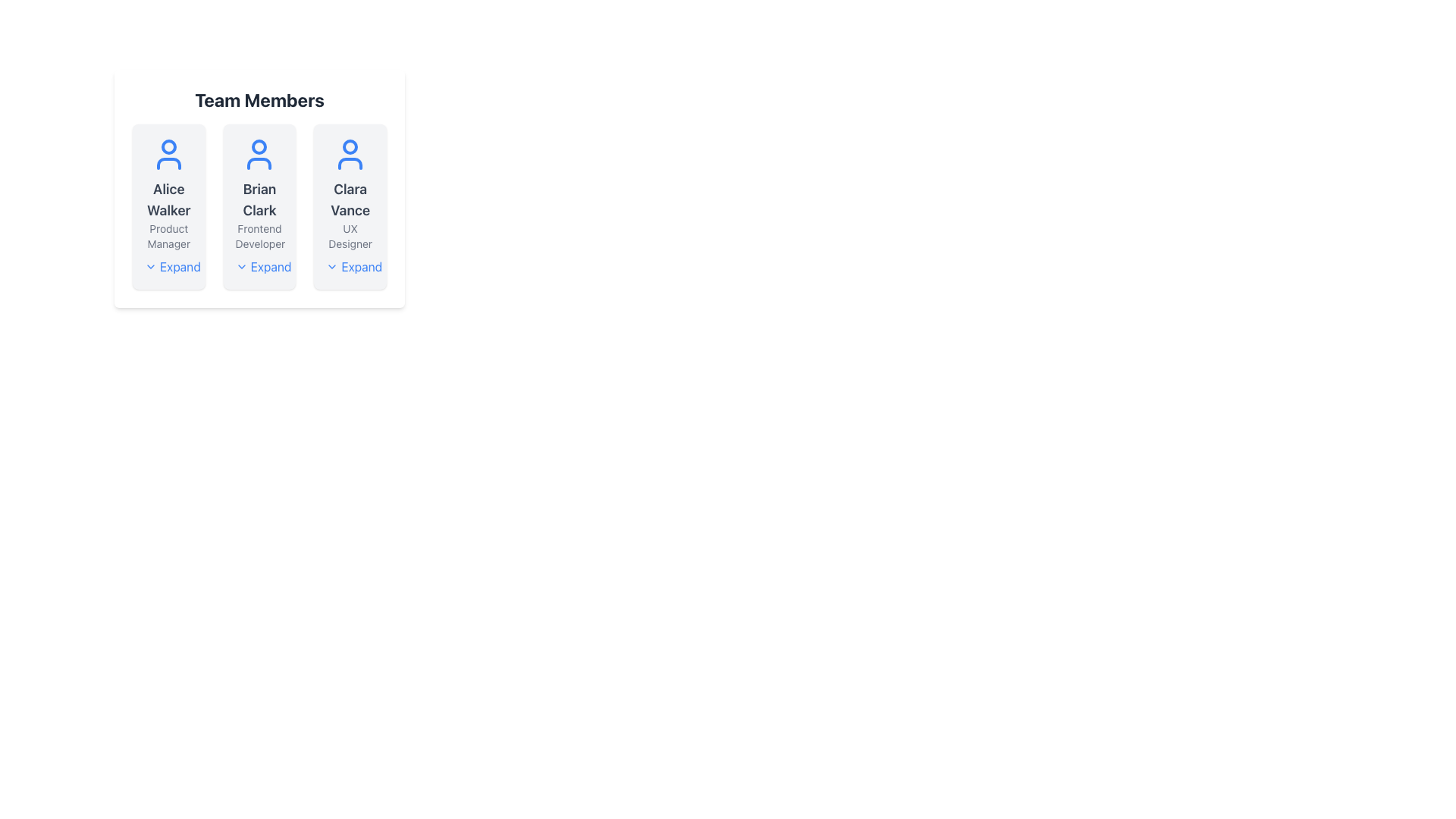 This screenshot has width=1456, height=819. What do you see at coordinates (168, 155) in the screenshot?
I see `the static icon representing user 'Alice Walker' in the 'Team Members' section, which is located above her name and role` at bounding box center [168, 155].